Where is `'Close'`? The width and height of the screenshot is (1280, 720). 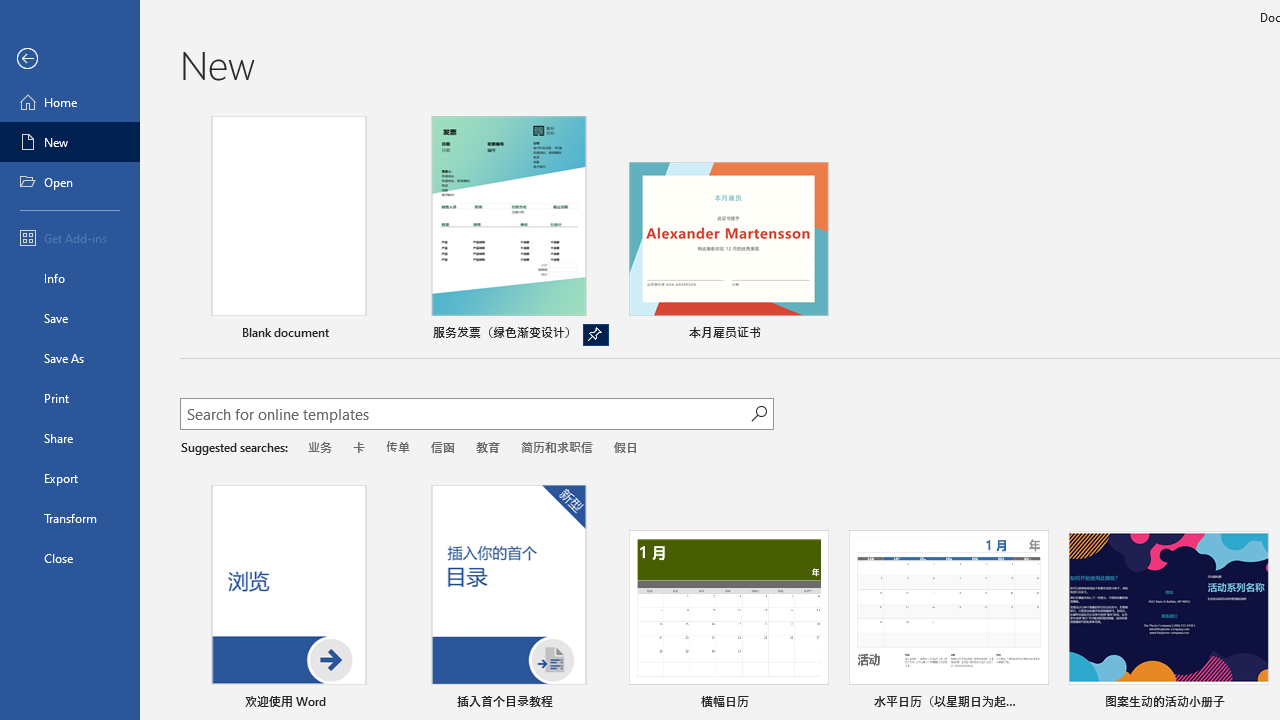
'Close' is located at coordinates (69, 558).